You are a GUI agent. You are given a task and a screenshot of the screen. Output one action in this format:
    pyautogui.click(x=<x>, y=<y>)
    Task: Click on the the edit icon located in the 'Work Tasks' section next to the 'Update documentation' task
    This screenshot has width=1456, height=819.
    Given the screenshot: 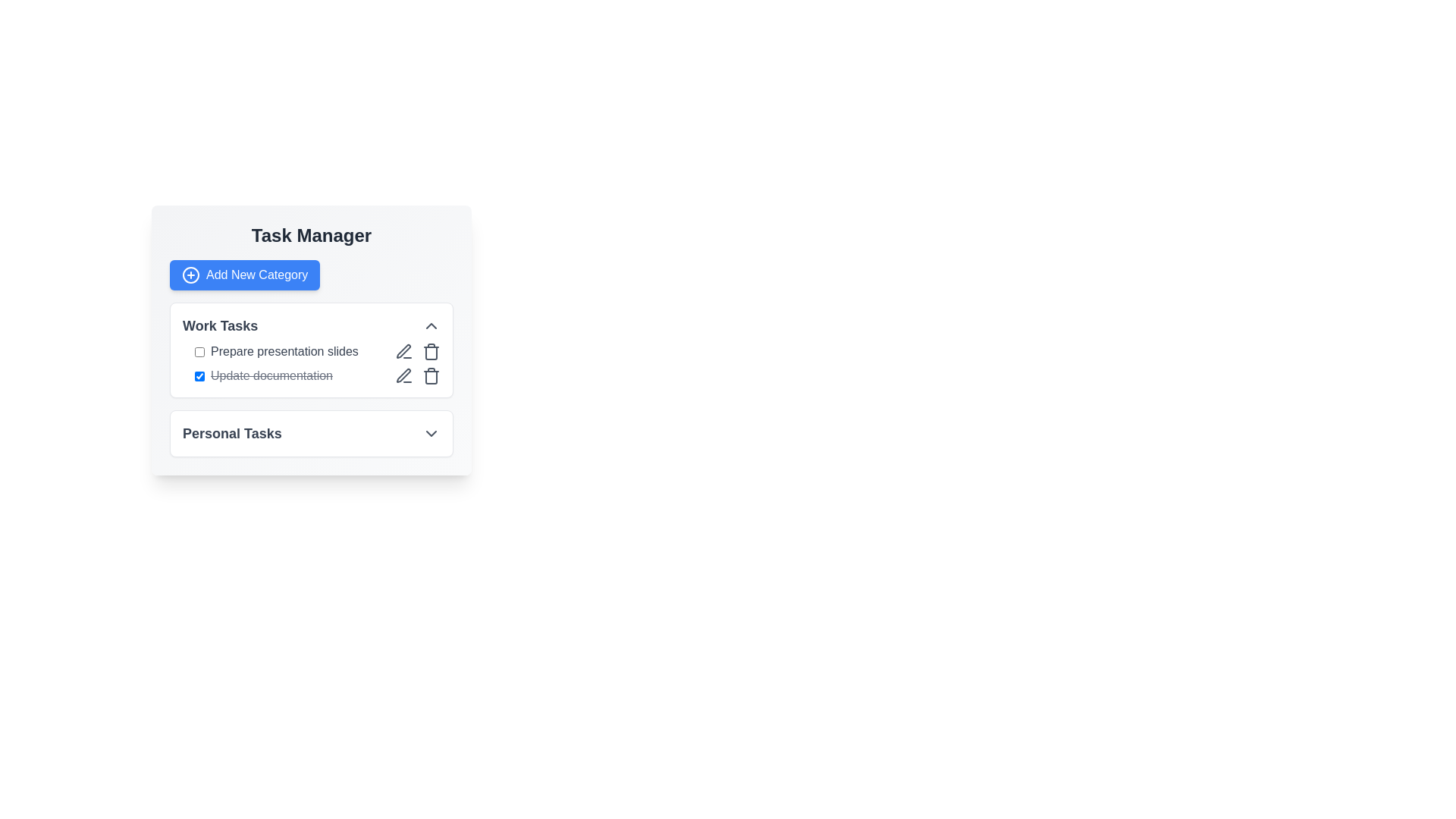 What is the action you would take?
    pyautogui.click(x=403, y=351)
    